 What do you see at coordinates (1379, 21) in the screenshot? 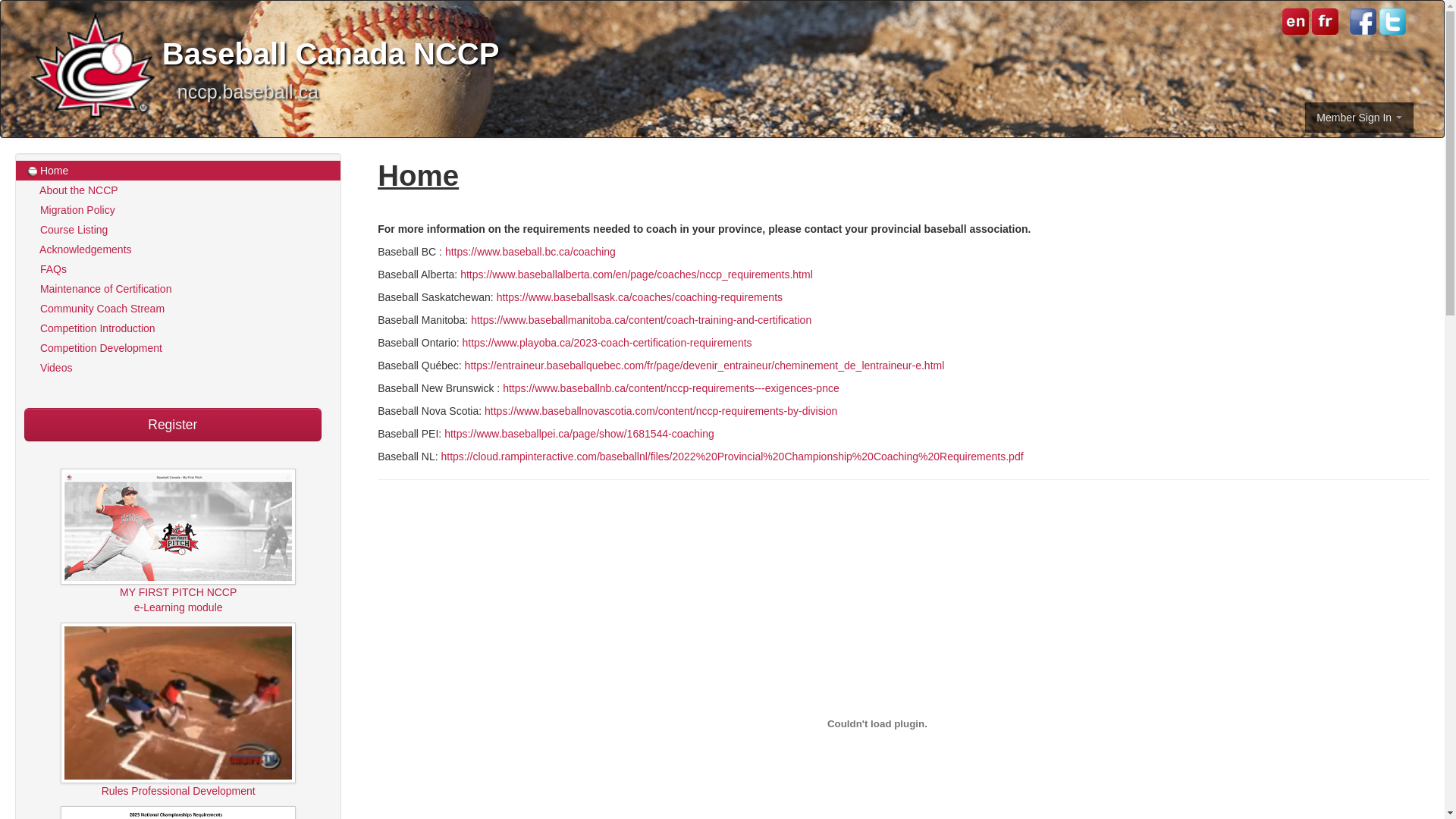
I see `' on Twitter'` at bounding box center [1379, 21].